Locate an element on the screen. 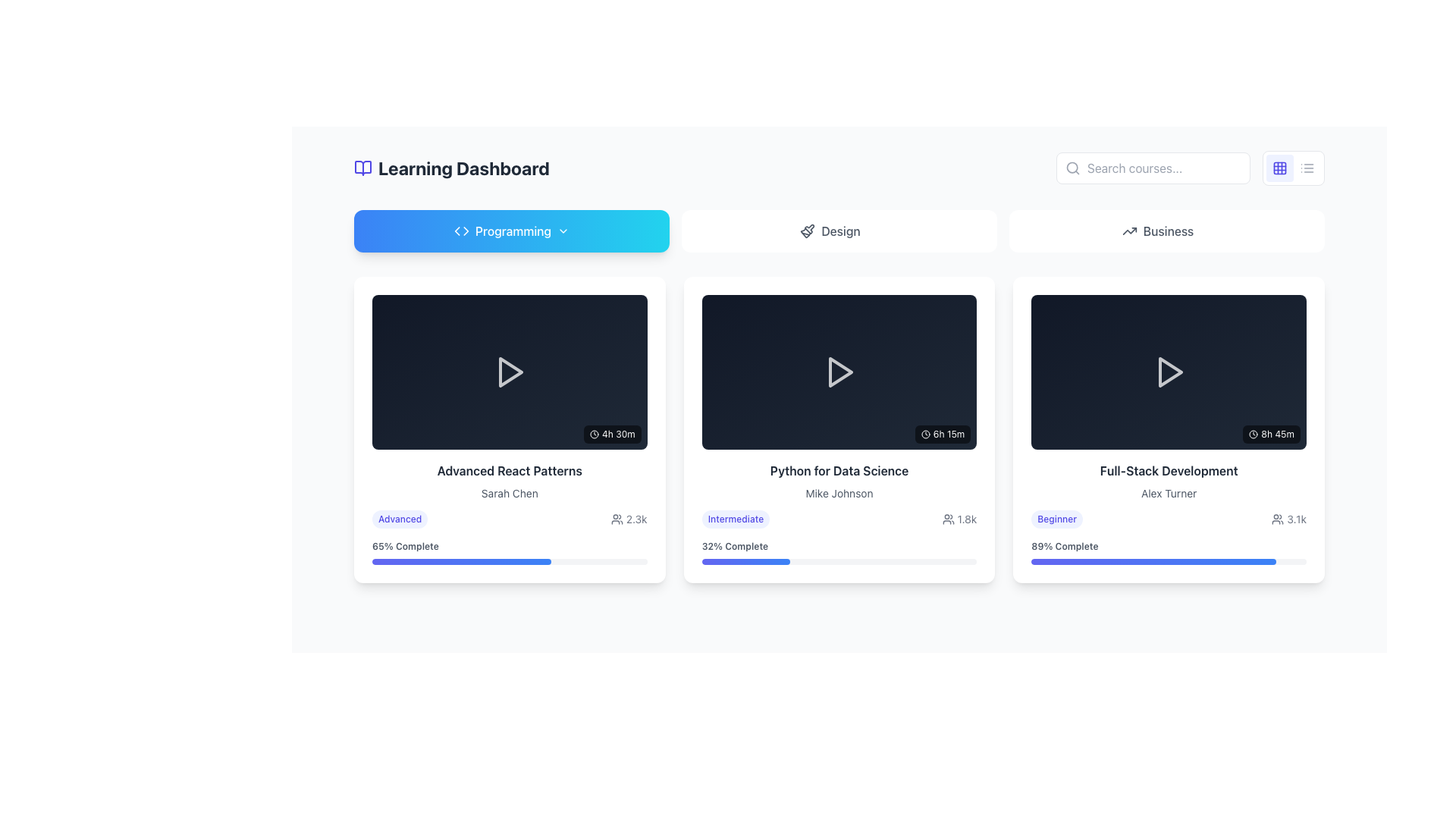 This screenshot has height=819, width=1456. the user count icon displaying '1.8k' in the bottom-right corner of the 'Python for Data Science' course card is located at coordinates (947, 519).